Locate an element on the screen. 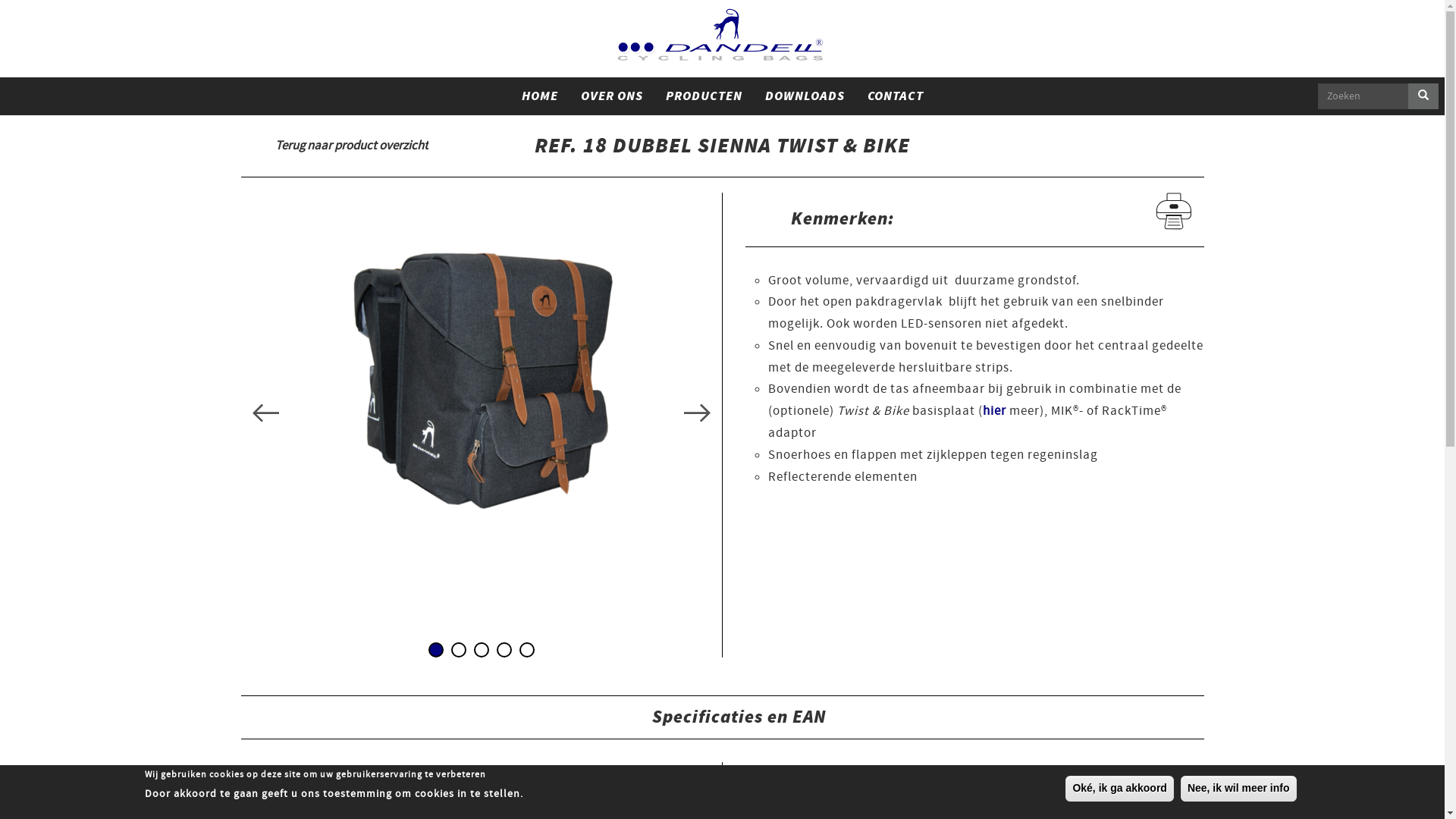  'PRODUCTEN' is located at coordinates (654, 96).